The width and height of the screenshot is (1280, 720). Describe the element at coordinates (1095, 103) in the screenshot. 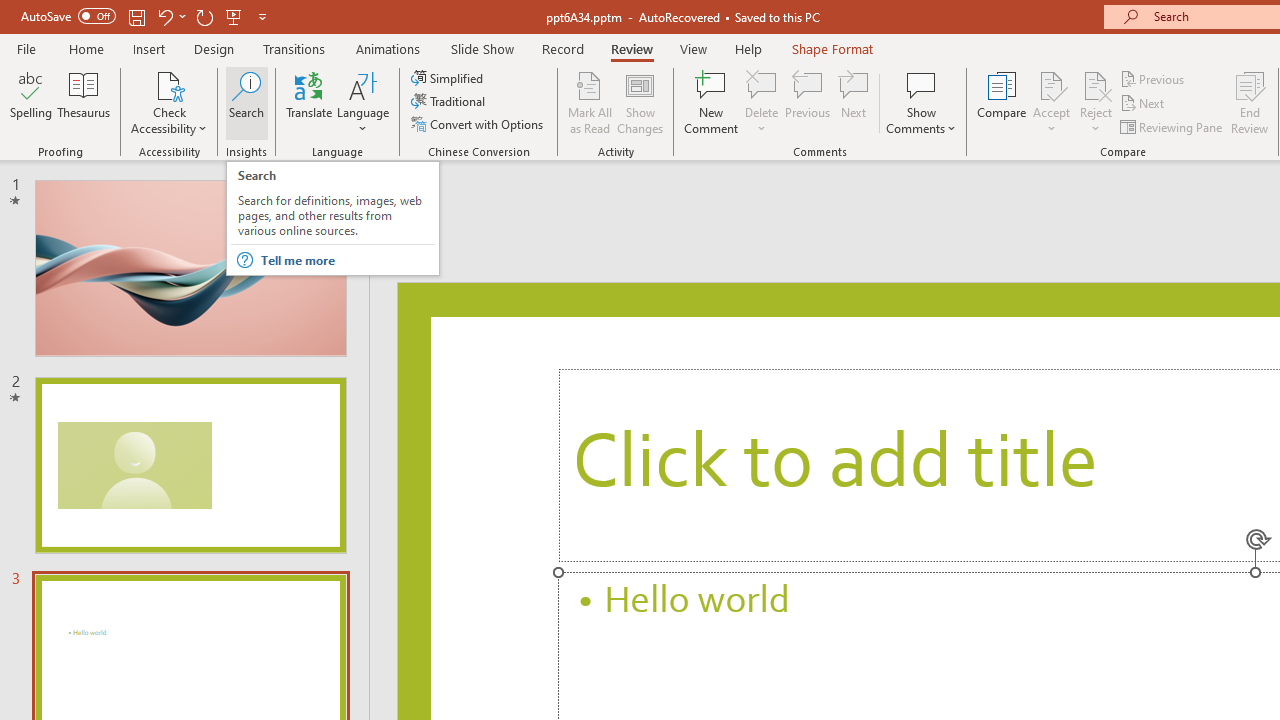

I see `'Reject'` at that location.